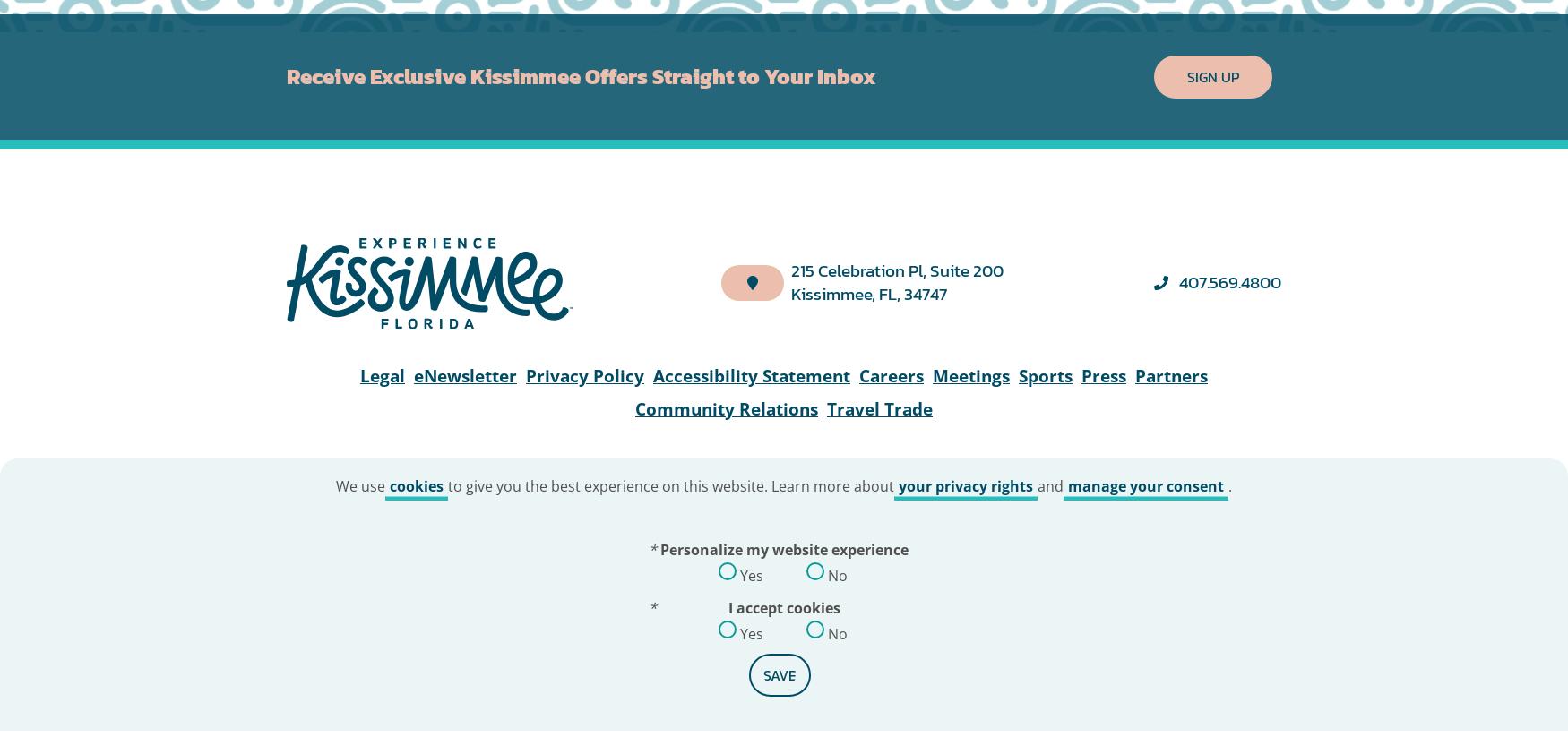 The image size is (1568, 737). I want to click on 'Experience Kissimmee recognizes the fundamental equality of all individuals and does not support the discriminatory or prejudicial treatment of any person, whether a resident or visitor to our destination. As the official tourism authority for Osceola County, FL, our goal is to always provide a welcoming environment and a positive experience for everyone. We embrace visitors from all backgrounds and cultures and do not discriminate against anyone based on race, color, creed, religion, sex, national origin, disability, sexual orientation, or gender identity.', so click(784, 205).